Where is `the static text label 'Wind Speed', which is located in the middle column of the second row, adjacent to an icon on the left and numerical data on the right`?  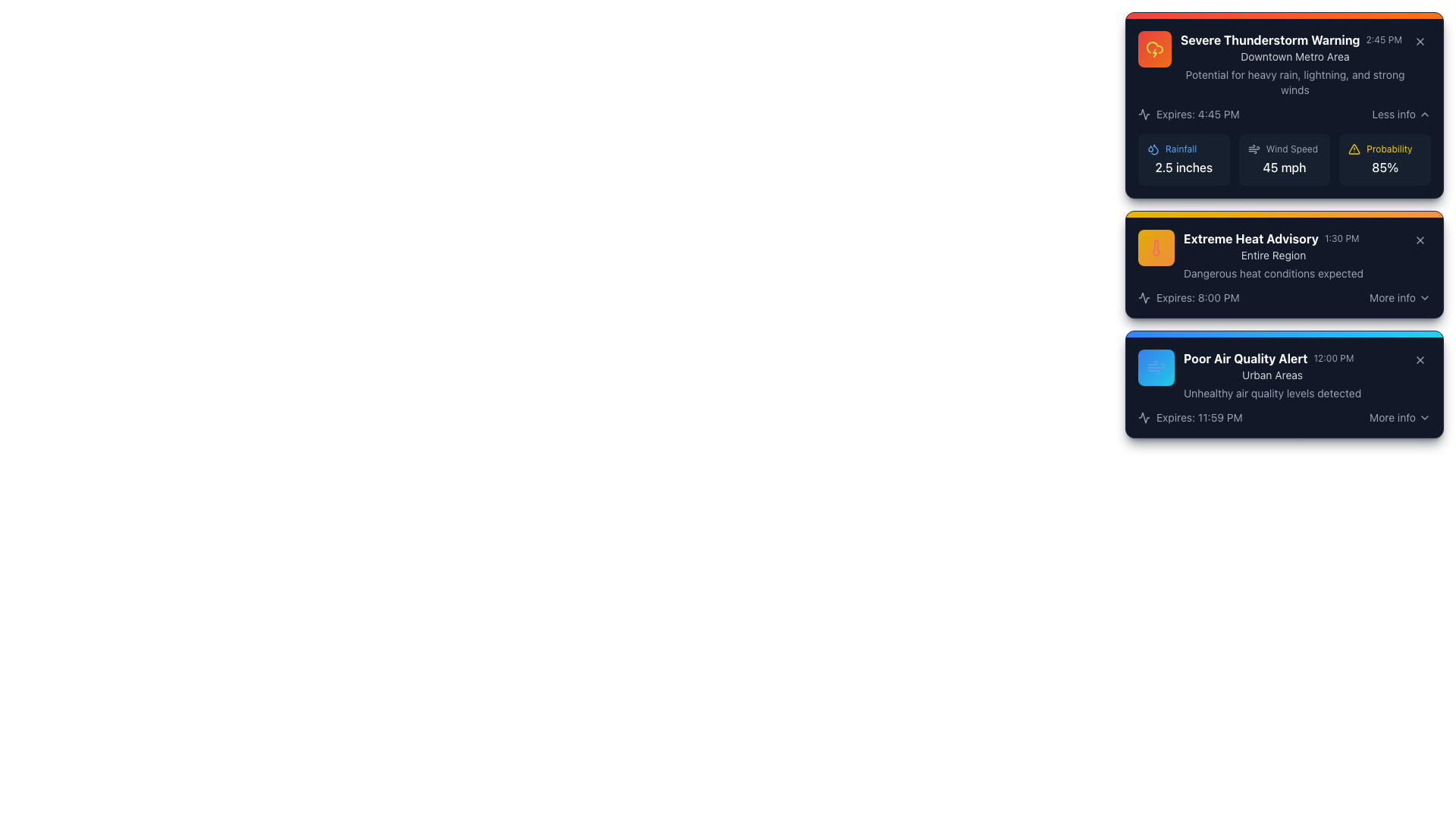
the static text label 'Wind Speed', which is located in the middle column of the second row, adjacent to an icon on the left and numerical data on the right is located at coordinates (1291, 149).